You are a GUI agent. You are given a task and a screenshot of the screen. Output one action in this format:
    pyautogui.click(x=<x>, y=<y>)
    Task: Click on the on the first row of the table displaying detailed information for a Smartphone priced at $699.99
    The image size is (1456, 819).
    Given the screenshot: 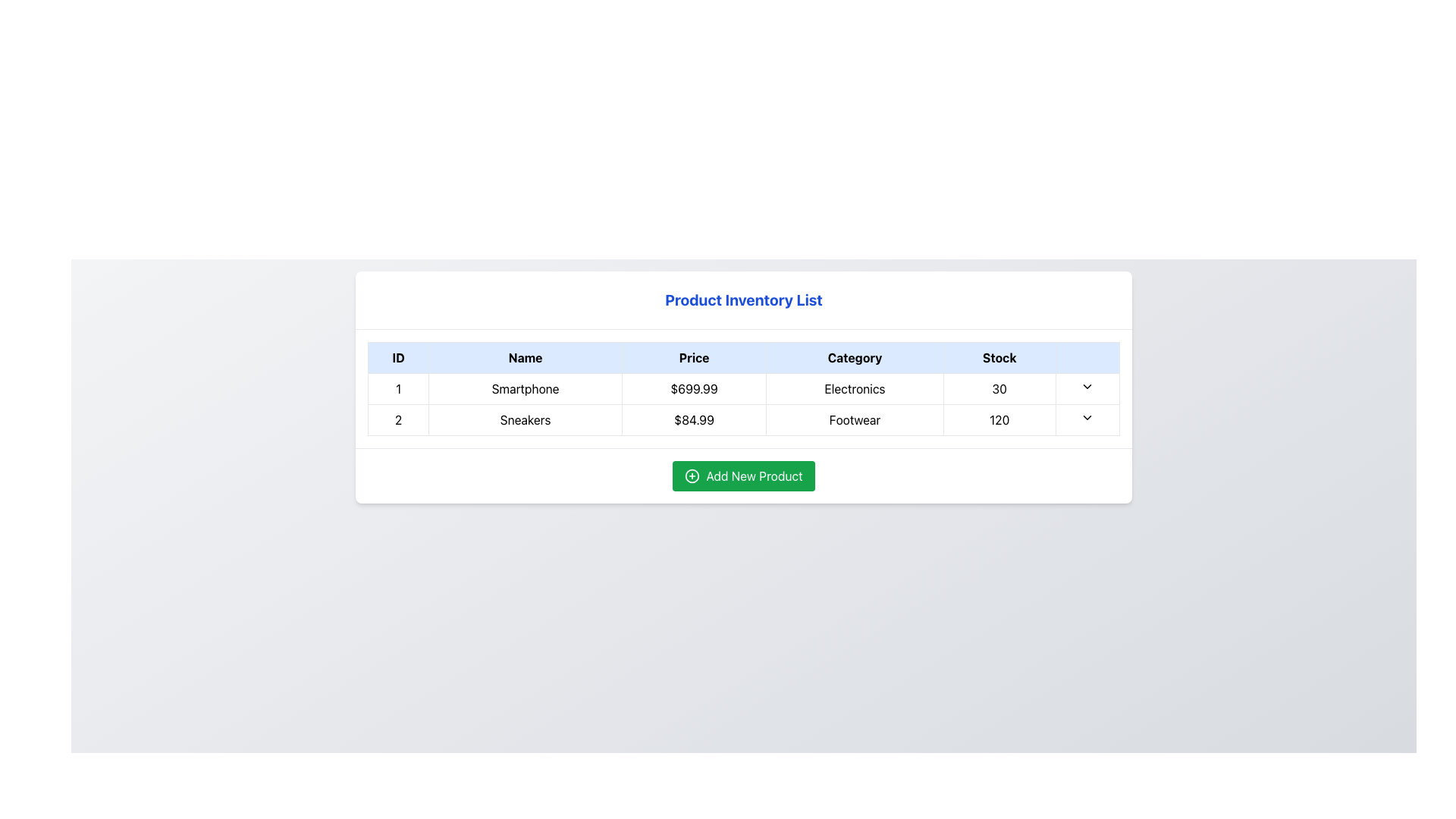 What is the action you would take?
    pyautogui.click(x=743, y=403)
    